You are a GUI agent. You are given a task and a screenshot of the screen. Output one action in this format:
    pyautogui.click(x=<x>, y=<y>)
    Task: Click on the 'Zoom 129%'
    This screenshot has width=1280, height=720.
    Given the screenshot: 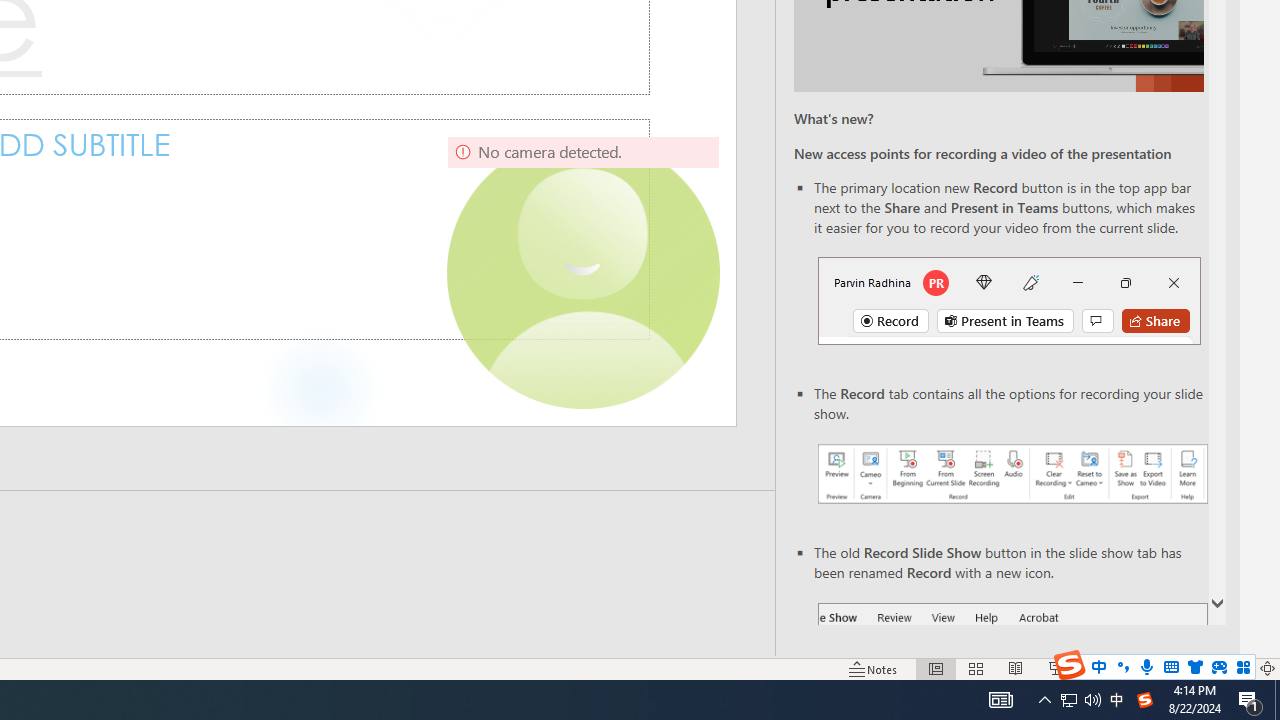 What is the action you would take?
    pyautogui.click(x=1233, y=669)
    